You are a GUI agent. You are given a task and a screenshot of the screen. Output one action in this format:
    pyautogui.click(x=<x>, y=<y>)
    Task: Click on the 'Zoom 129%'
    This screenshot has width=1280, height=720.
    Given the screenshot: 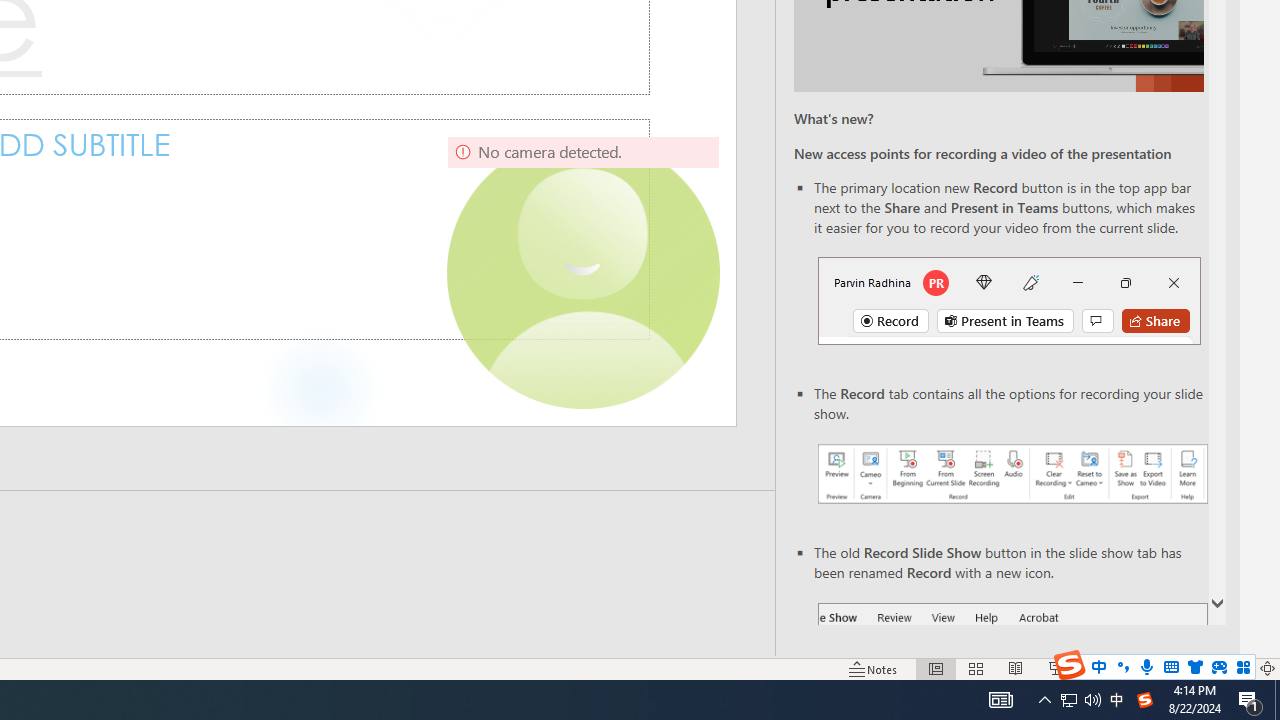 What is the action you would take?
    pyautogui.click(x=1233, y=669)
    